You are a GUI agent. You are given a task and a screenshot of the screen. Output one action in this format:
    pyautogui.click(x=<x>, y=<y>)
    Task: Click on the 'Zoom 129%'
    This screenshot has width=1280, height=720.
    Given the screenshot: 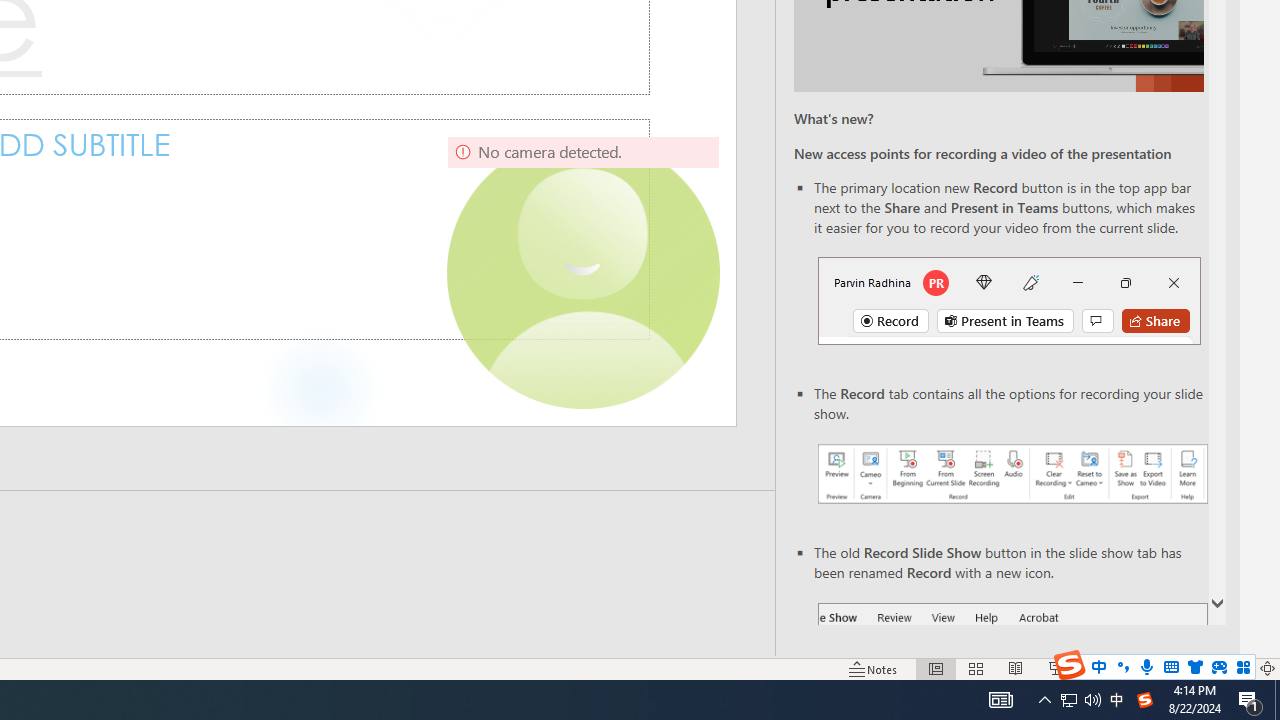 What is the action you would take?
    pyautogui.click(x=1233, y=669)
    